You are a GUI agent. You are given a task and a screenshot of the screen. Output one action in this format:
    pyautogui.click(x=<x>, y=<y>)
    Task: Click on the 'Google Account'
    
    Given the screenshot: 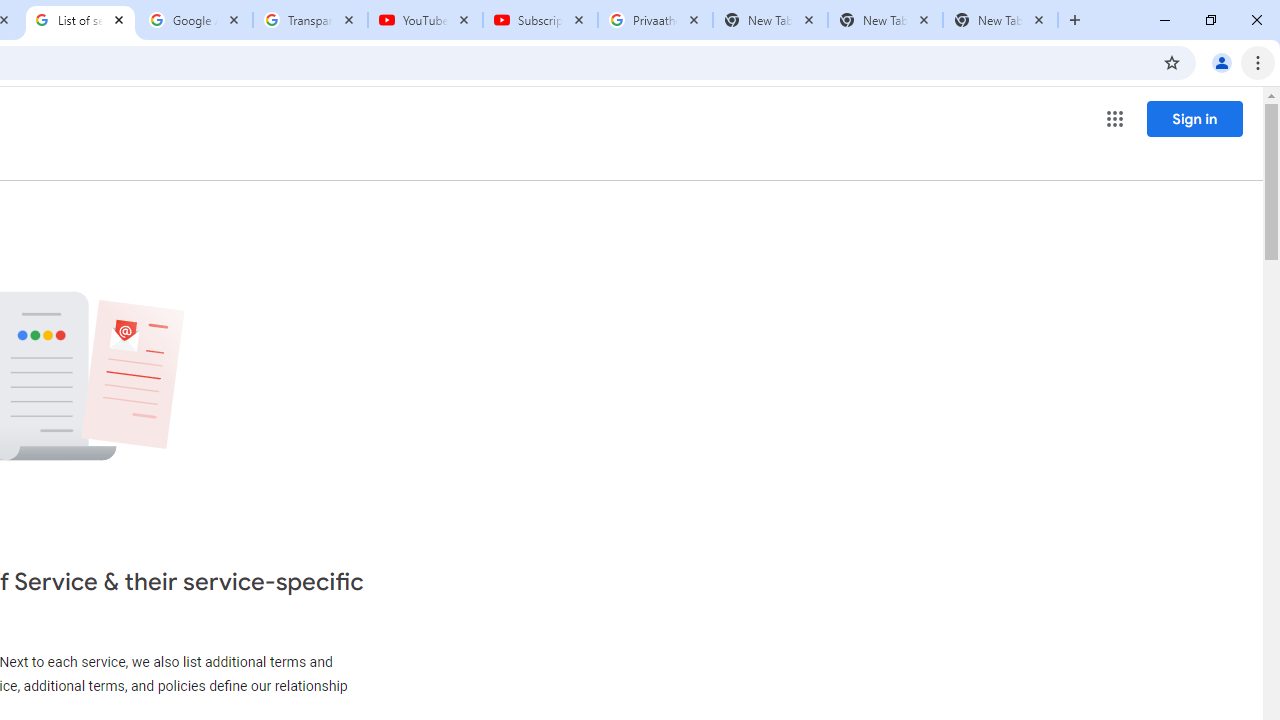 What is the action you would take?
    pyautogui.click(x=195, y=20)
    